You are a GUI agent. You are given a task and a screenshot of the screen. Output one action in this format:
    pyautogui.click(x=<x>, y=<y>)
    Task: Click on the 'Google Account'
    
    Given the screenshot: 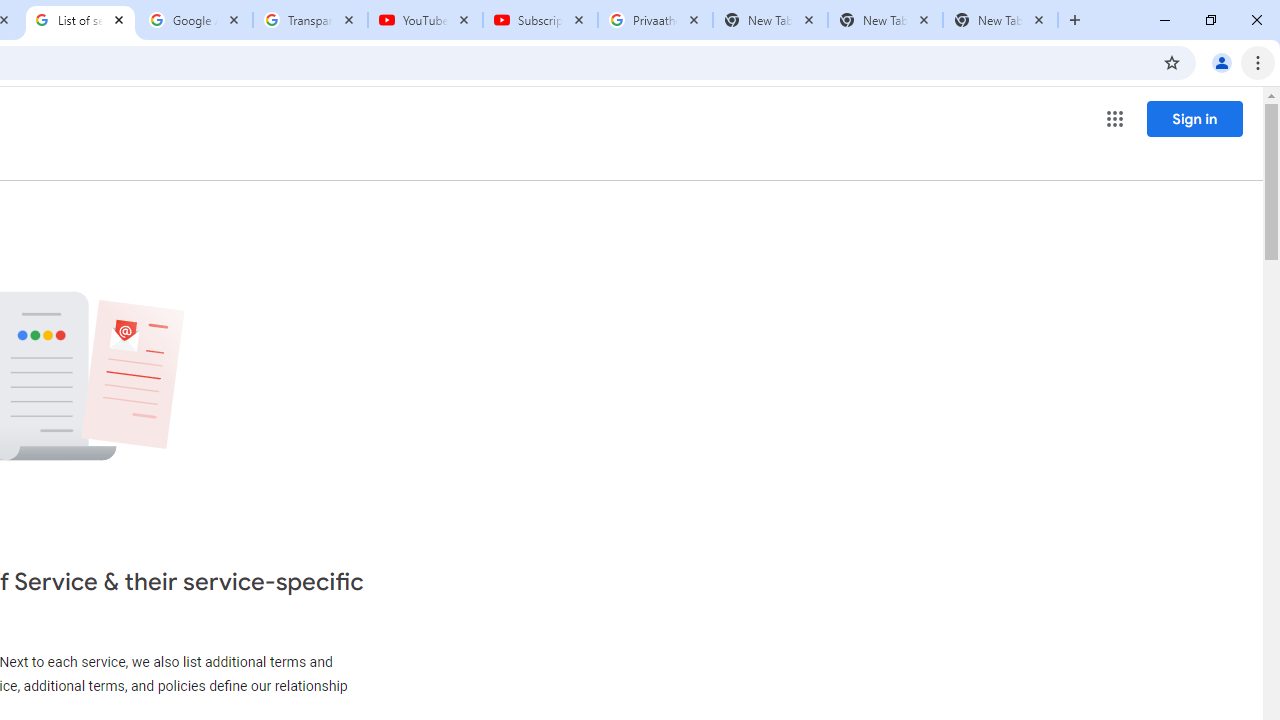 What is the action you would take?
    pyautogui.click(x=195, y=20)
    